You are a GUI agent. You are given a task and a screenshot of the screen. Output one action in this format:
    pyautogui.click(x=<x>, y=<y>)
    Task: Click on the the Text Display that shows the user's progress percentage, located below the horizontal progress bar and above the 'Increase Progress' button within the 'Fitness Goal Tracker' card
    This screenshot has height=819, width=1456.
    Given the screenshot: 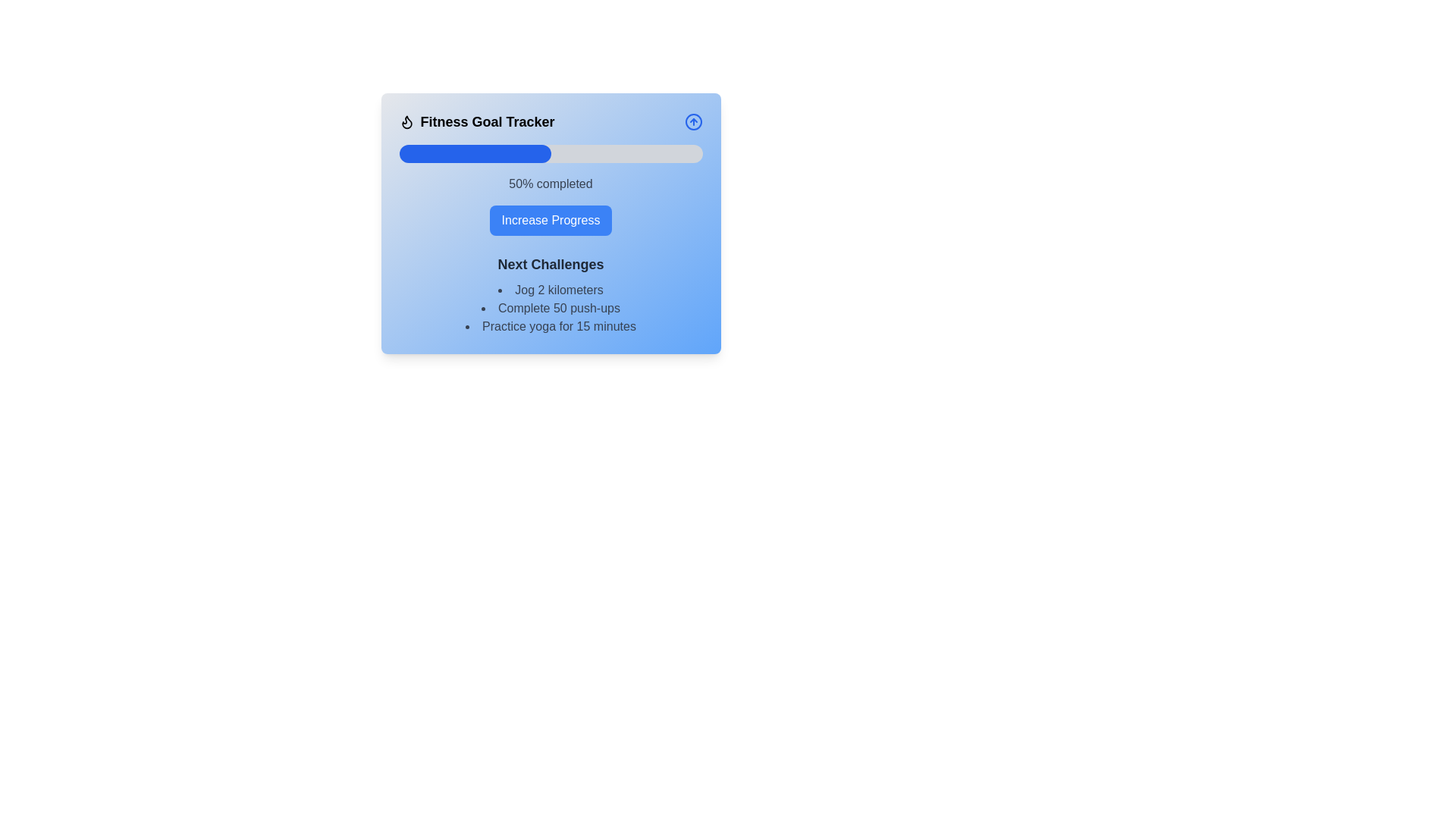 What is the action you would take?
    pyautogui.click(x=550, y=184)
    